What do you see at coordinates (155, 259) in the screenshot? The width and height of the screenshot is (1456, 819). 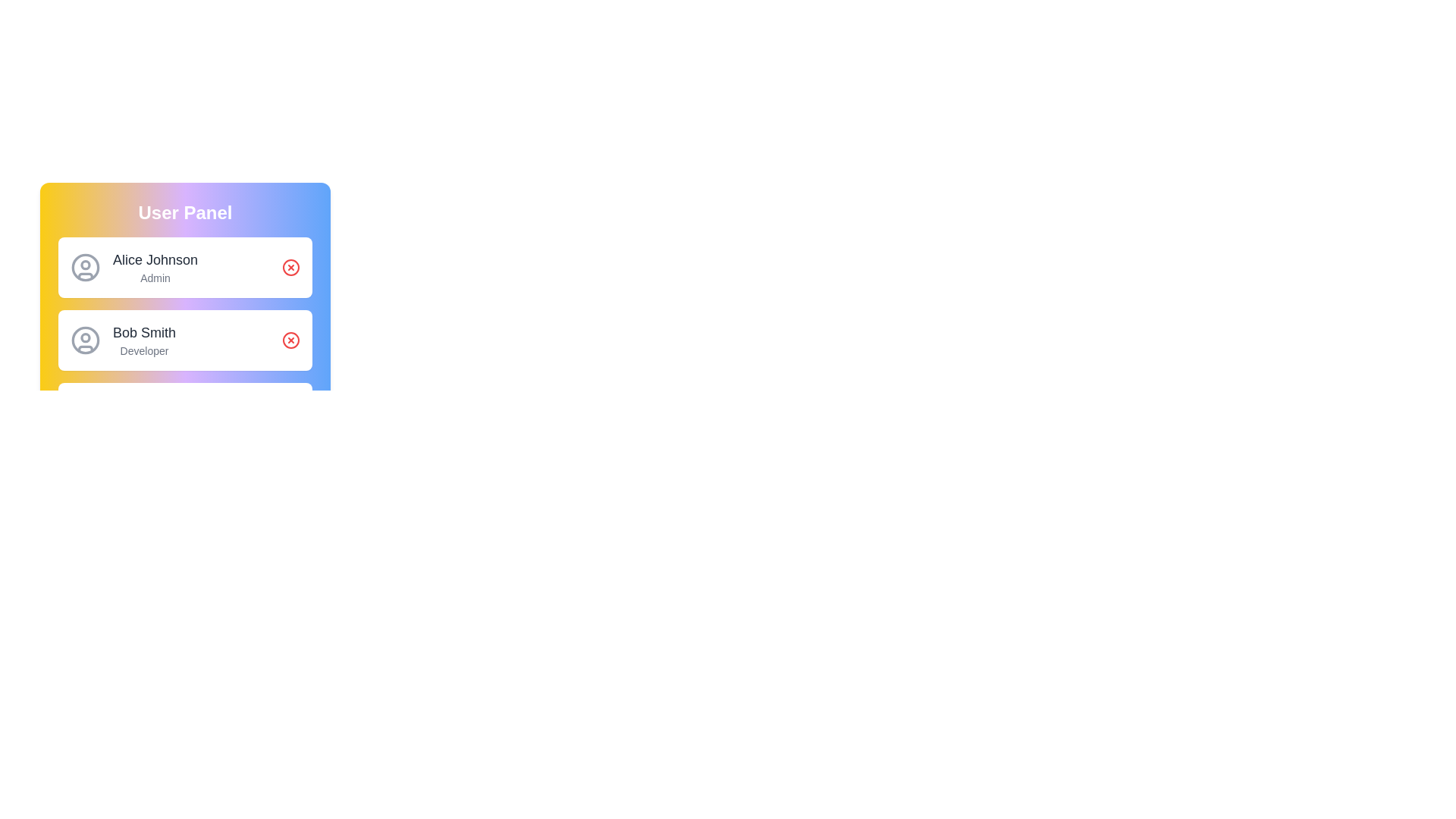 I see `text content of the element displaying 'Alice Johnson', which serves as a name label in the user panel, positioned above the 'Admin' designation` at bounding box center [155, 259].